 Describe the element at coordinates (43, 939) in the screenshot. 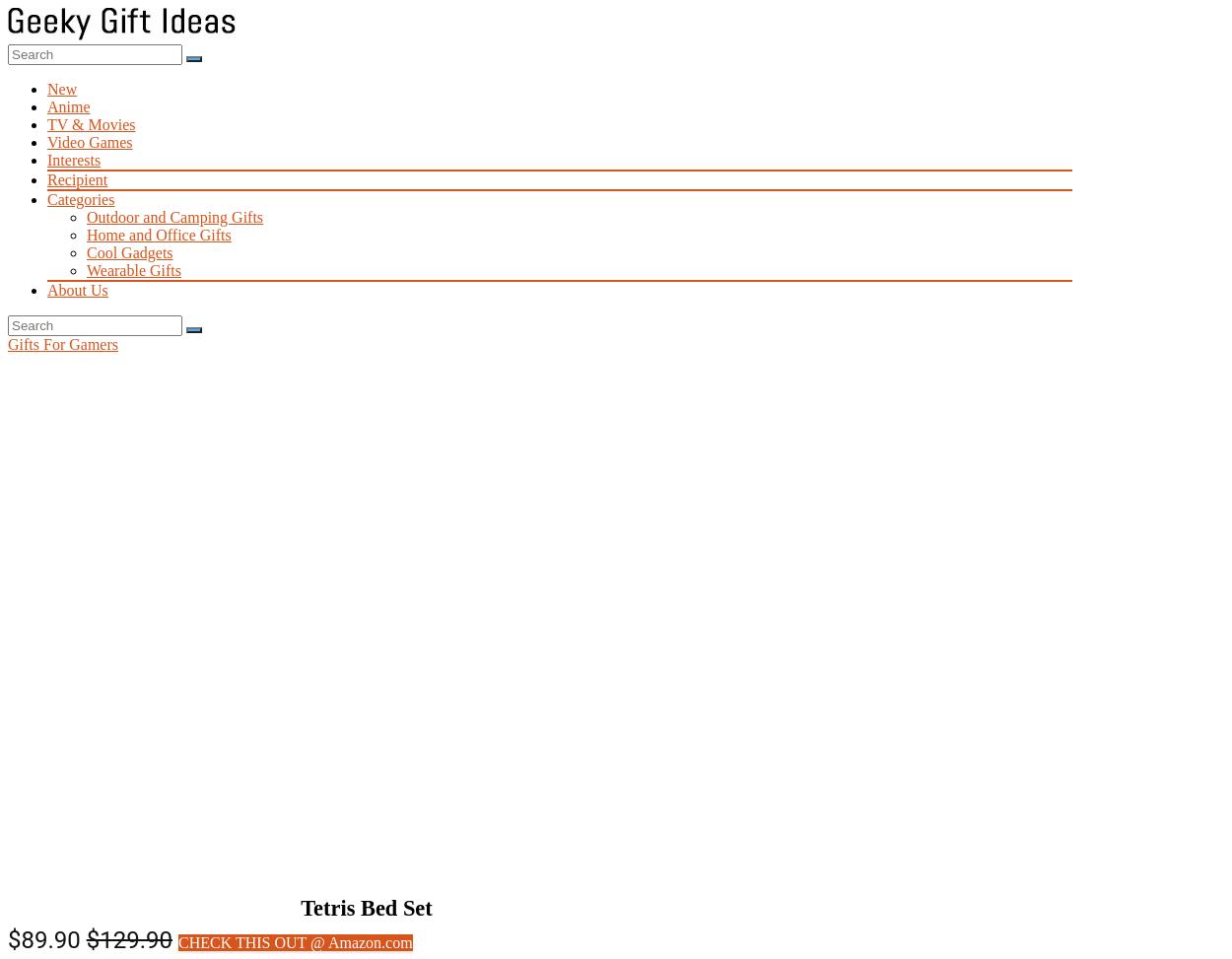

I see `'$89.90'` at that location.